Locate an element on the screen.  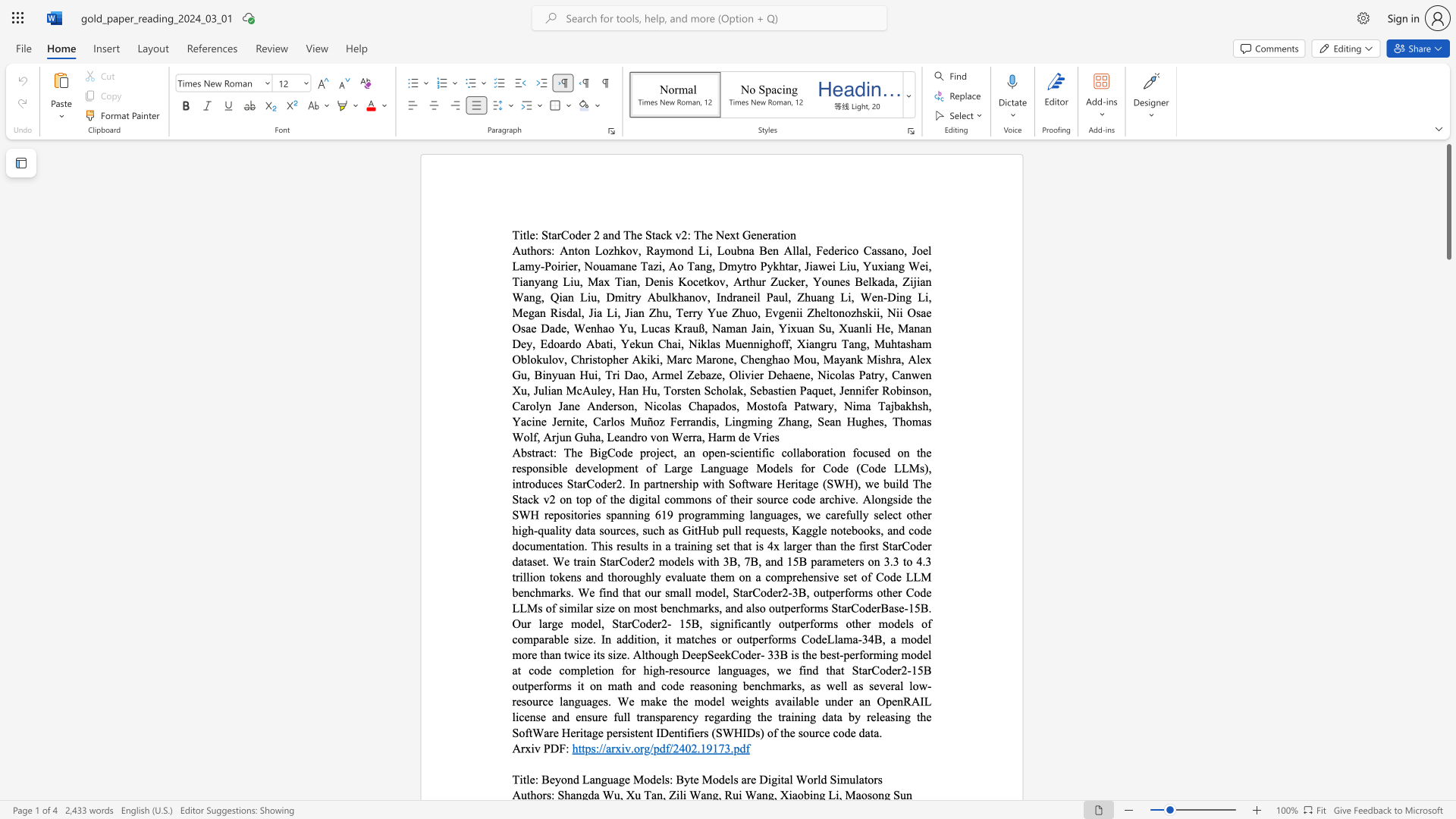
the scrollbar on the side is located at coordinates (1448, 734).